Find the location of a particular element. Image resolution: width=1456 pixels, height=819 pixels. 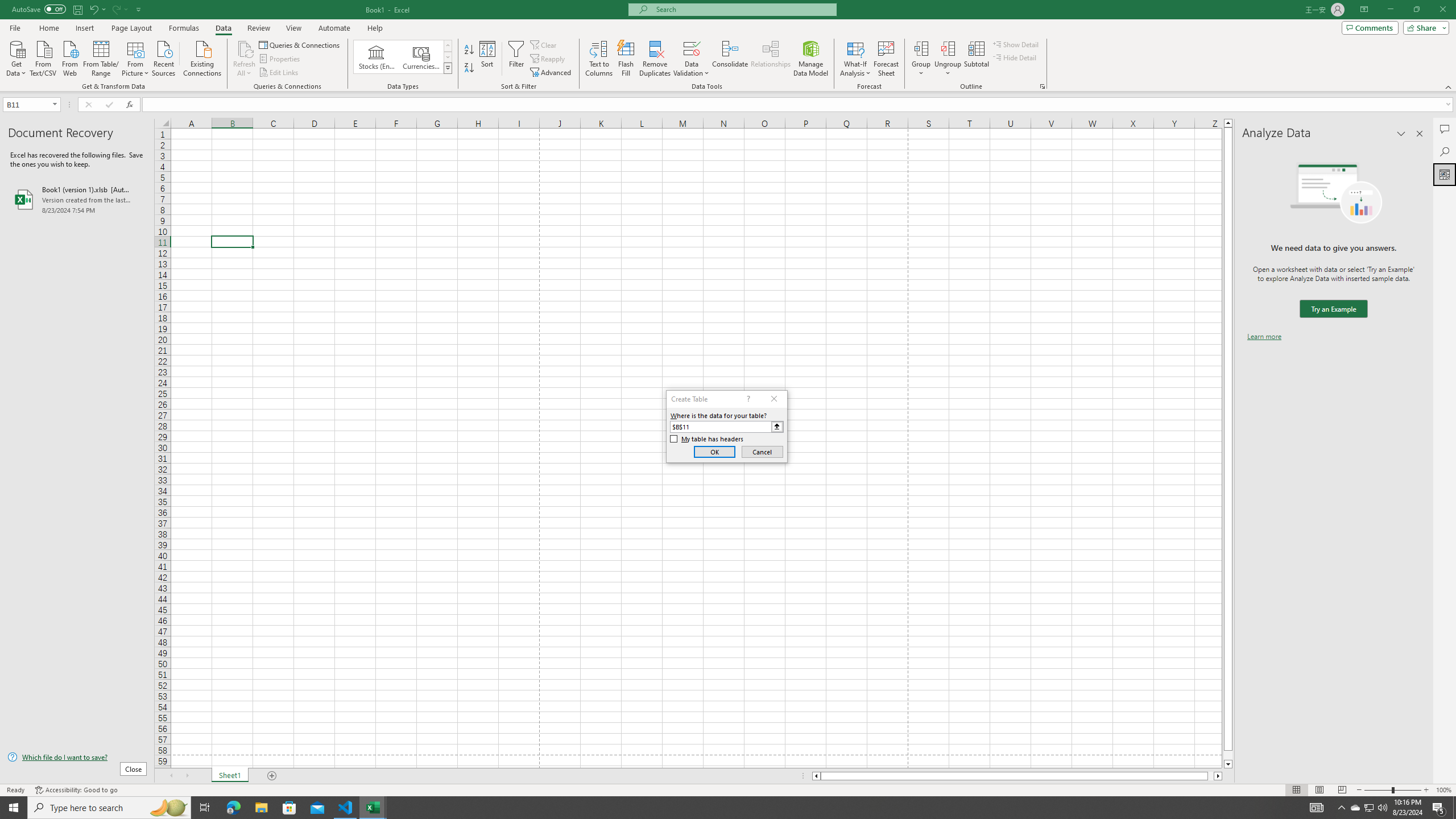

'Consolidate...' is located at coordinates (730, 59).